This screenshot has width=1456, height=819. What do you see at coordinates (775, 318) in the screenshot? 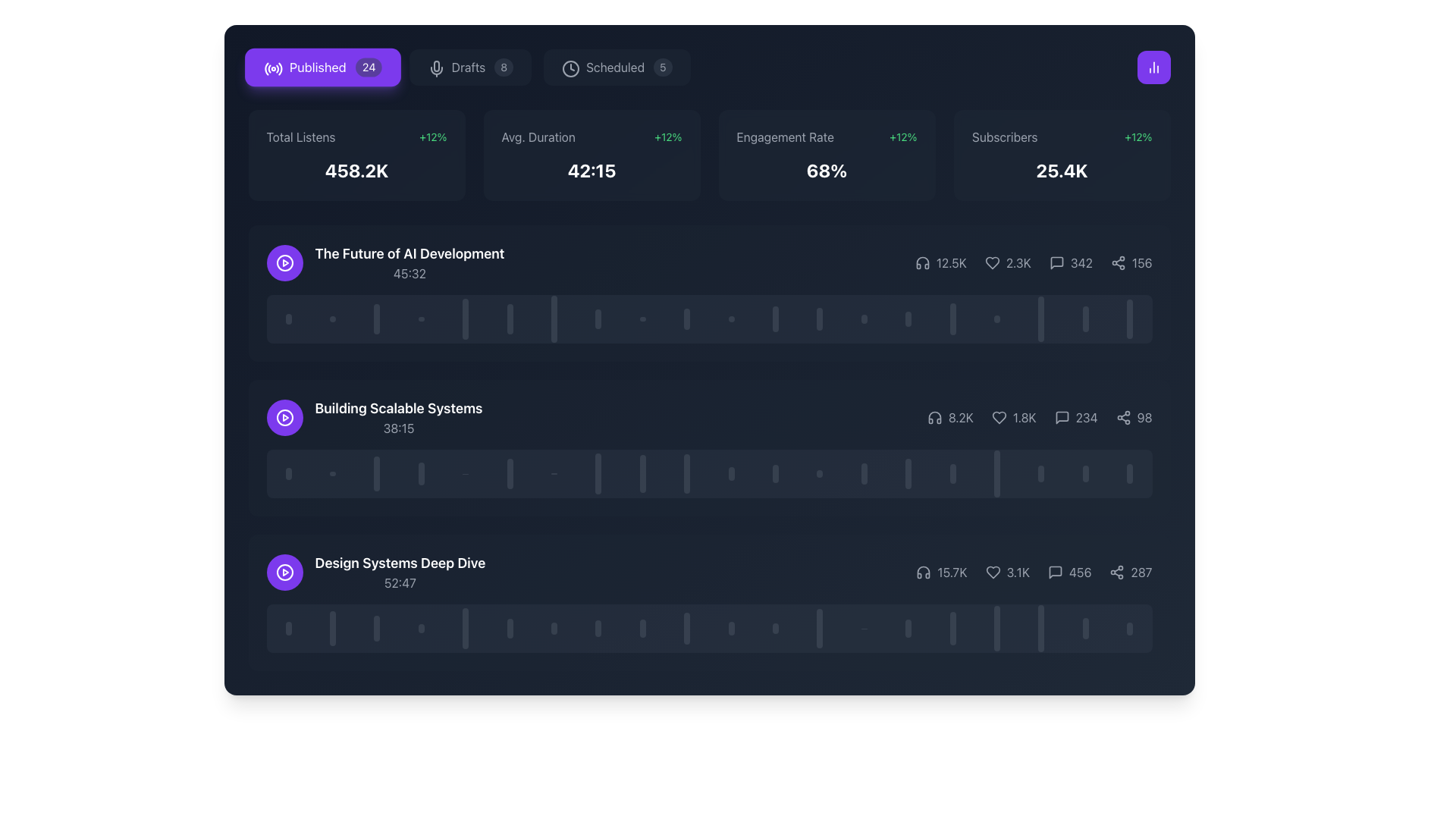
I see `the 12th vertical rectangle of the progress indicator segments, which is semi-transparent and located in the middle row of the interface regarding 'The Future of AI Development'` at bounding box center [775, 318].